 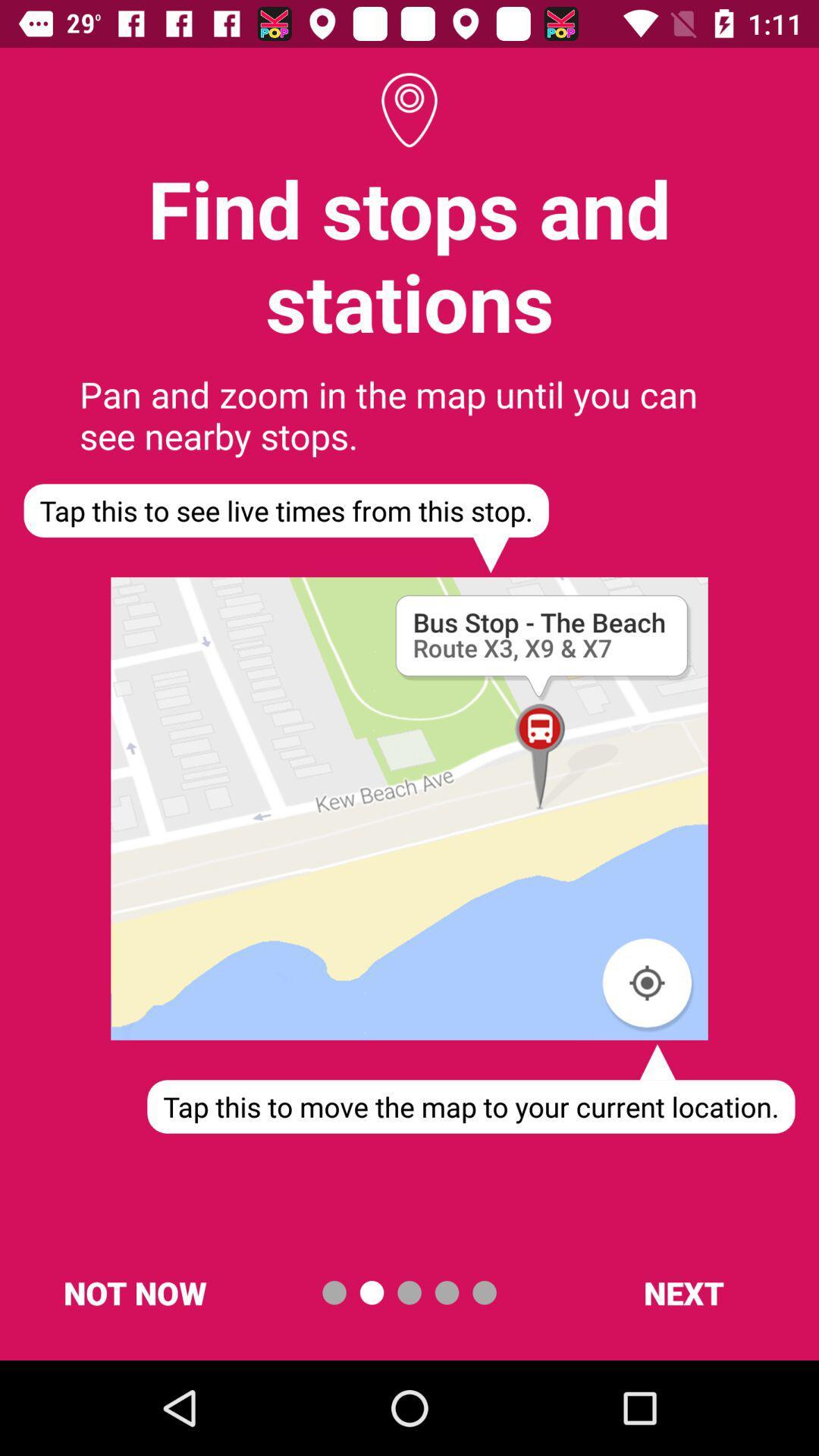 I want to click on the item below tap this to, so click(x=683, y=1291).